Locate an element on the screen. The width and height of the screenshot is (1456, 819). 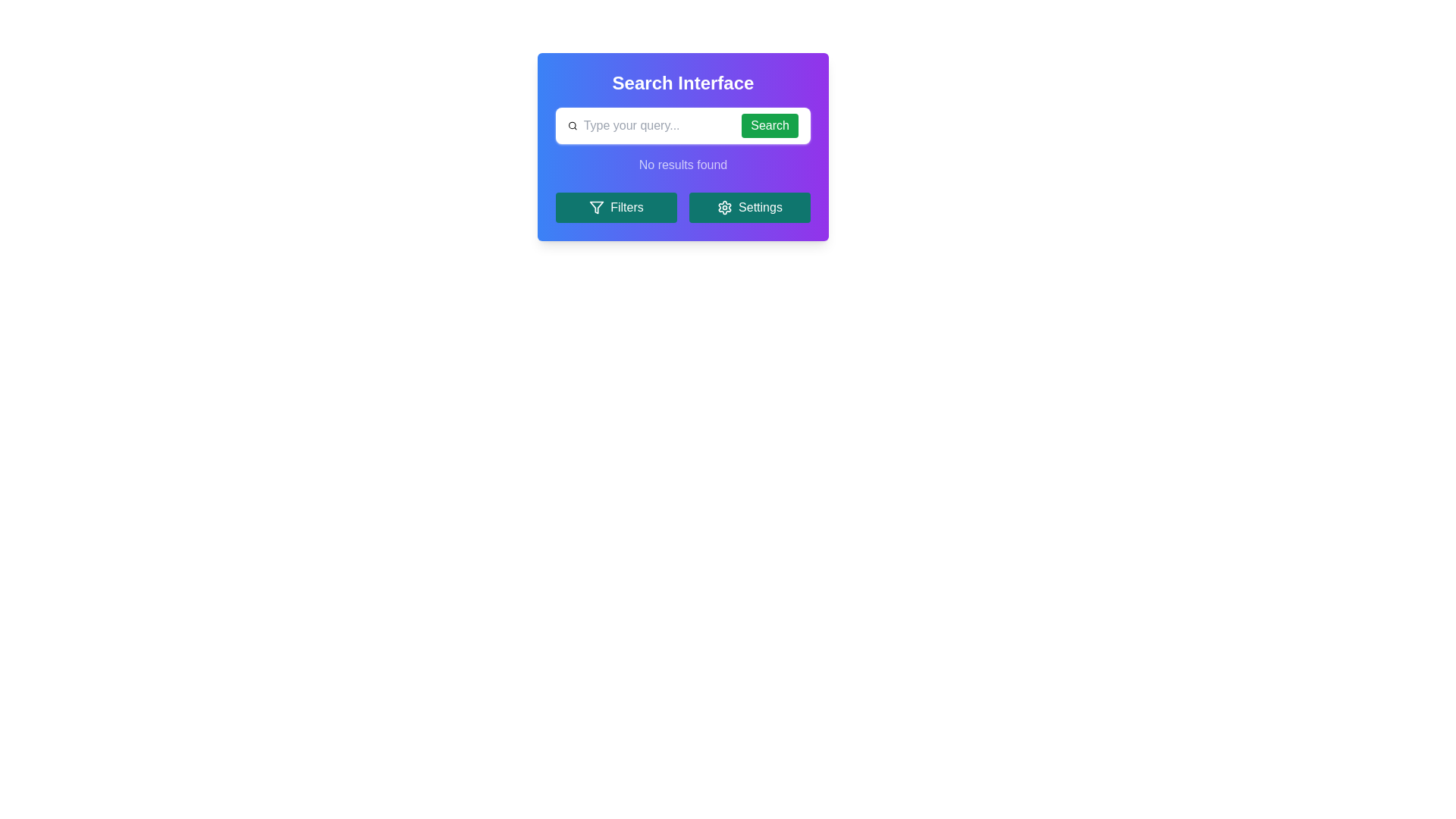
the settings icon, which is a gear shape located above the text label 'Settings' in a teal-green button at the bottom-right of the interface is located at coordinates (724, 207).